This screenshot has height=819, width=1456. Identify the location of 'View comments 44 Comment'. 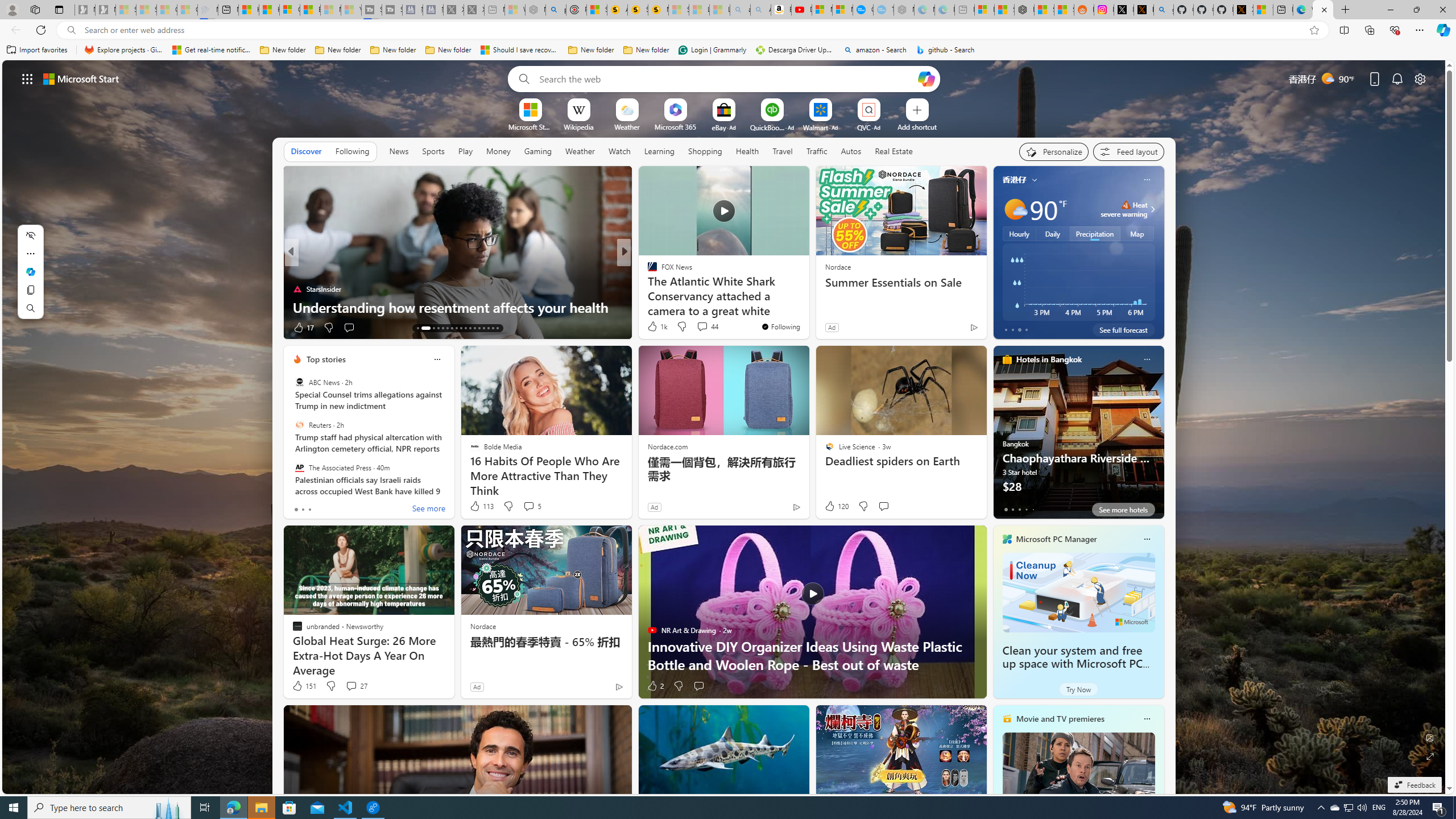
(706, 325).